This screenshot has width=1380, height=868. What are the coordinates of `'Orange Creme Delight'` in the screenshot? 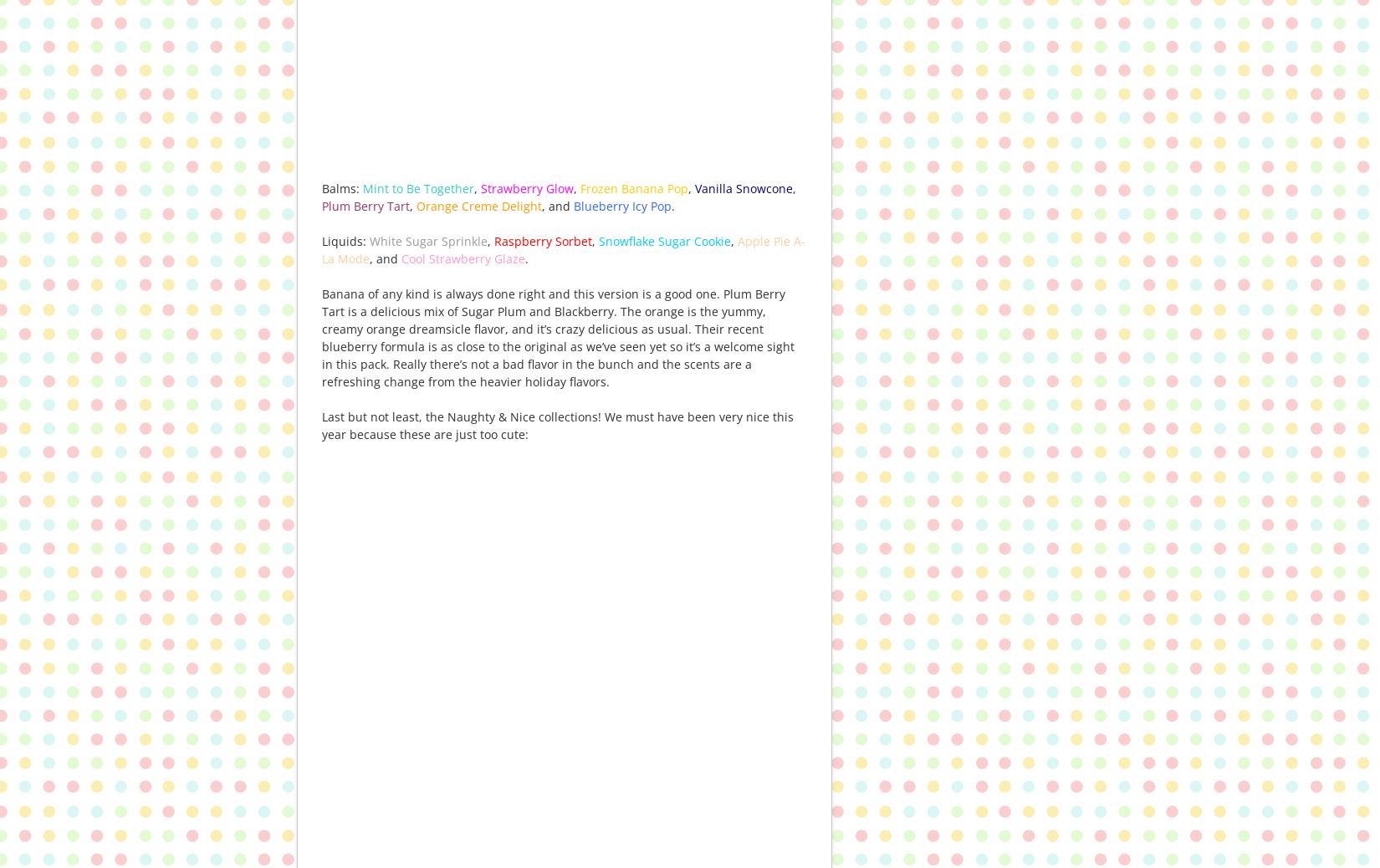 It's located at (478, 204).